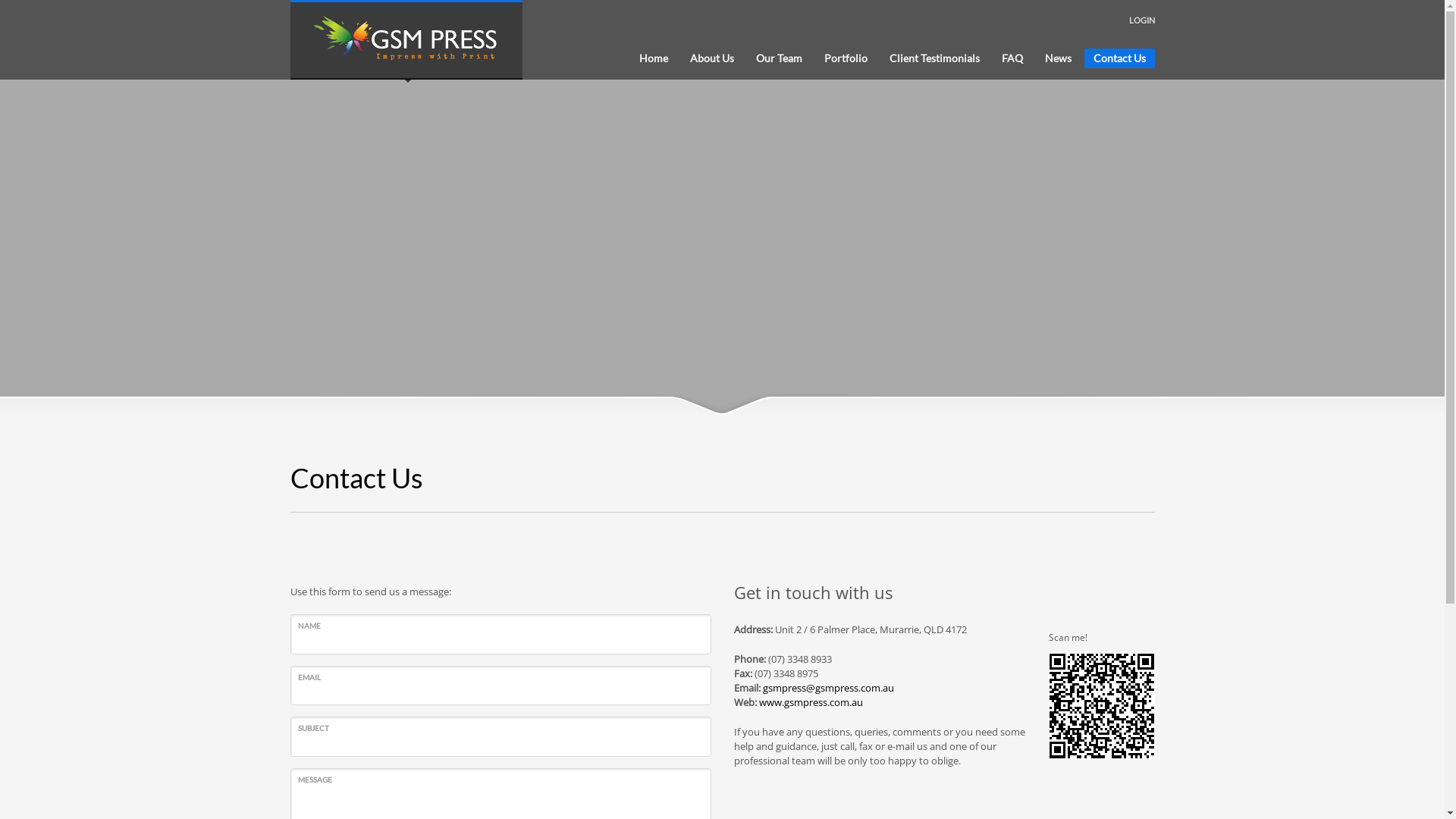 This screenshot has width=1456, height=819. I want to click on 'Impress With Print', so click(406, 39).